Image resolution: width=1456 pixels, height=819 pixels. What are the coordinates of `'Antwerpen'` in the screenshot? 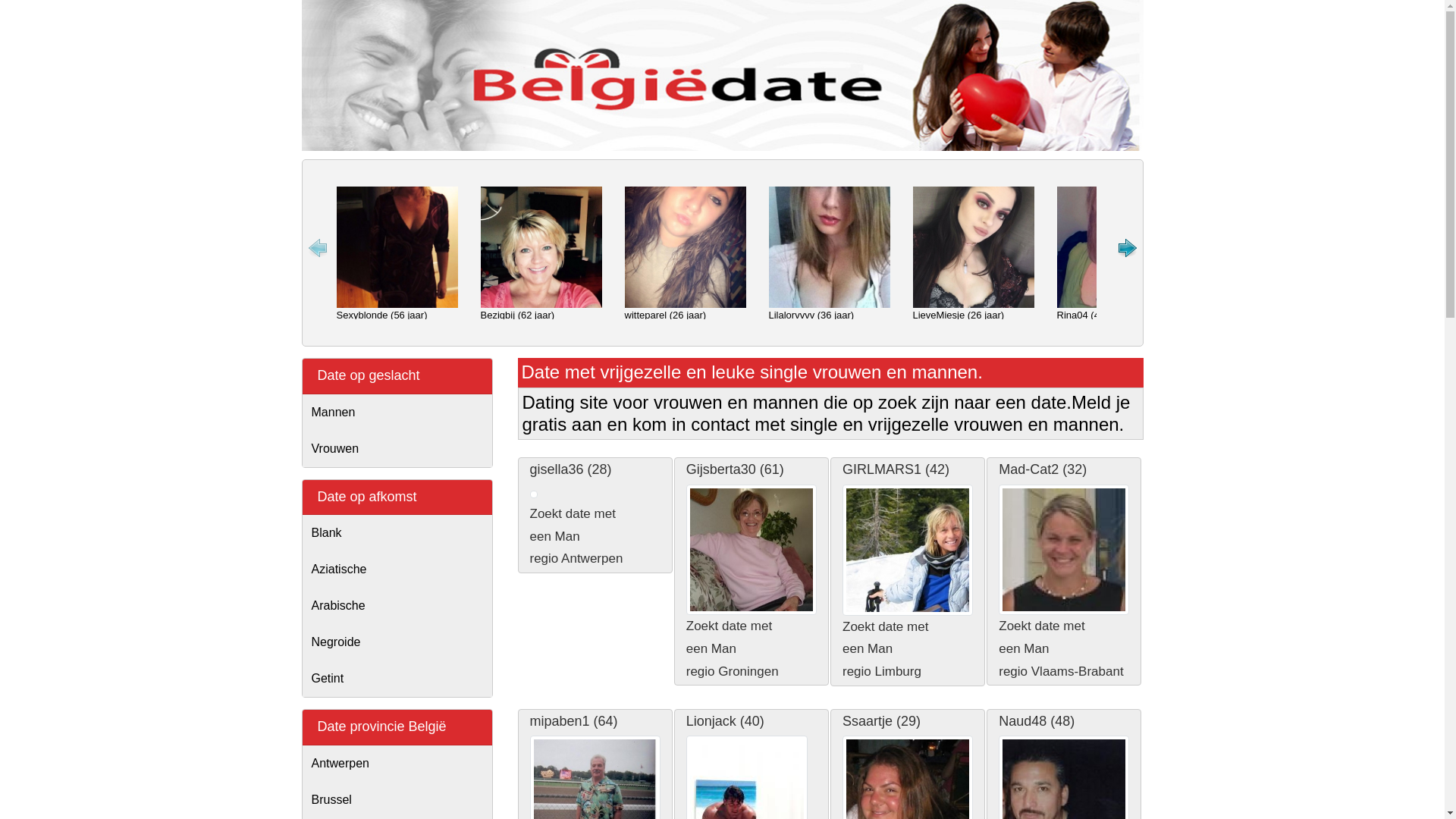 It's located at (397, 763).